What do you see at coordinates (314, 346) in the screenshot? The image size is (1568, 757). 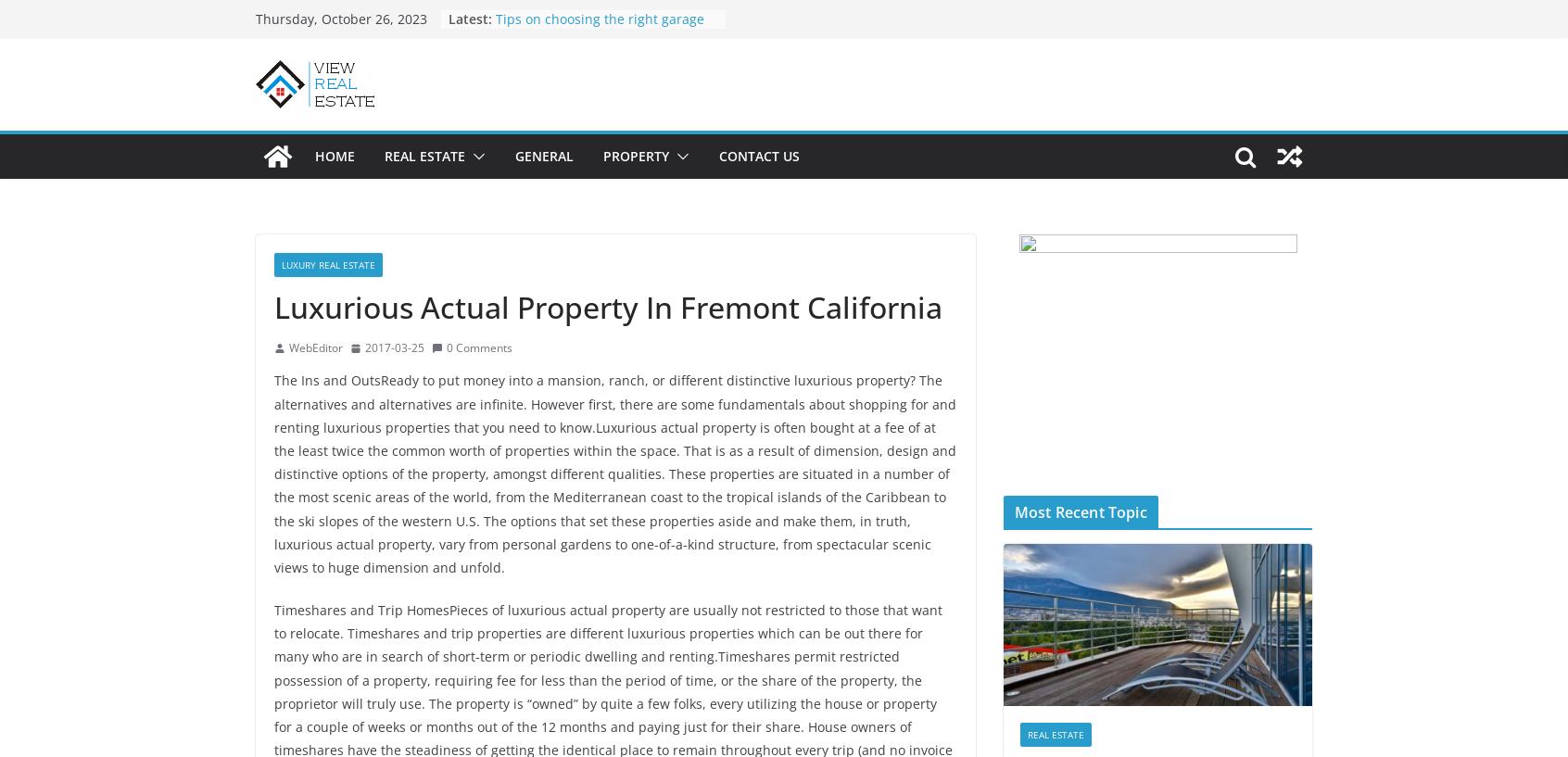 I see `'WebEditor'` at bounding box center [314, 346].